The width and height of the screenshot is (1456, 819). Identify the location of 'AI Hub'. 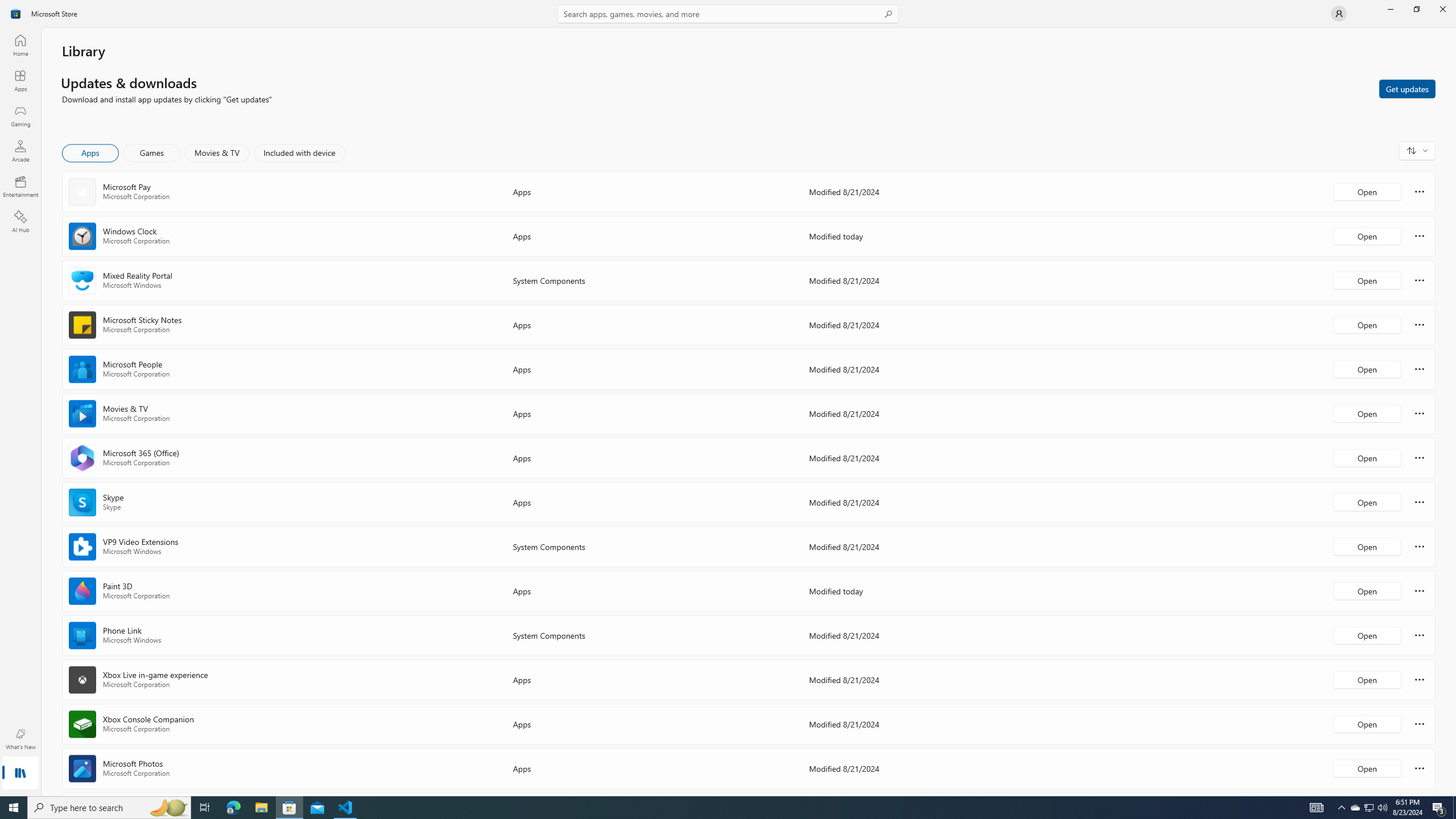
(19, 221).